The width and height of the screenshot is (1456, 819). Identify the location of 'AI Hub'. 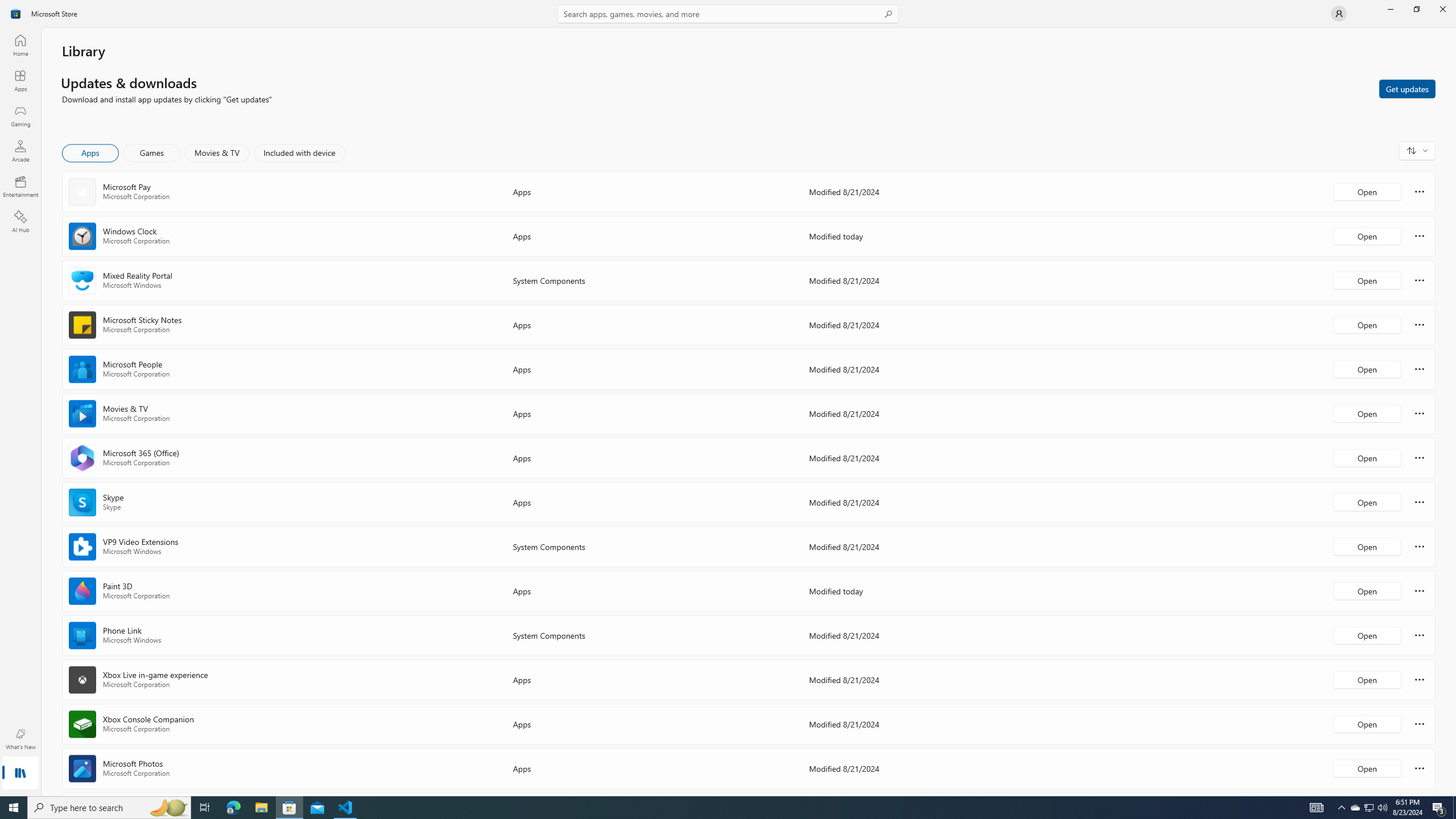
(19, 221).